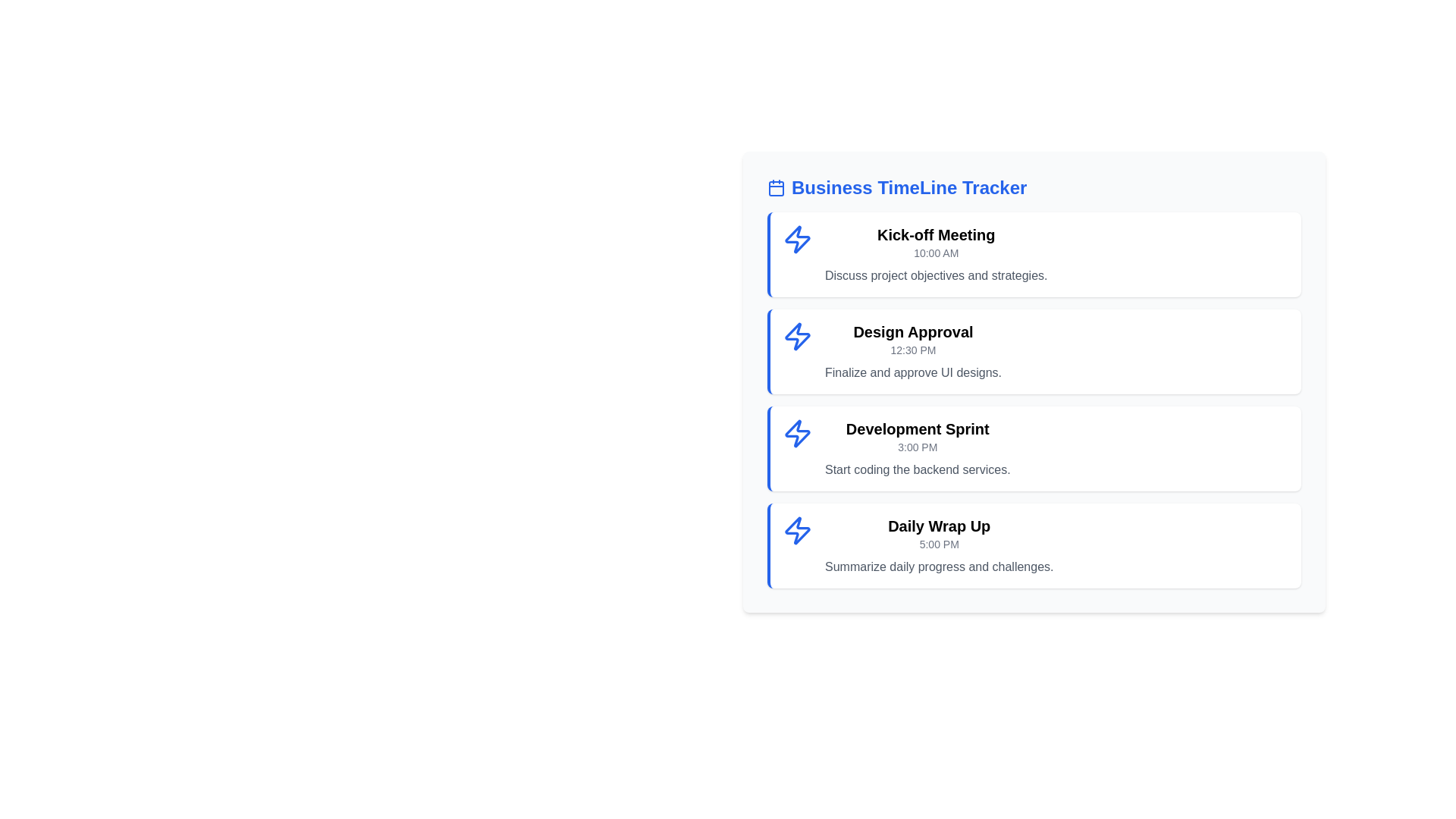  I want to click on the text element that reads 'Discuss project objectives and strategies', which is styled in gray and positioned beneath the heading 'Kick-off Meeting' and the time '10:00 AM', so click(935, 275).